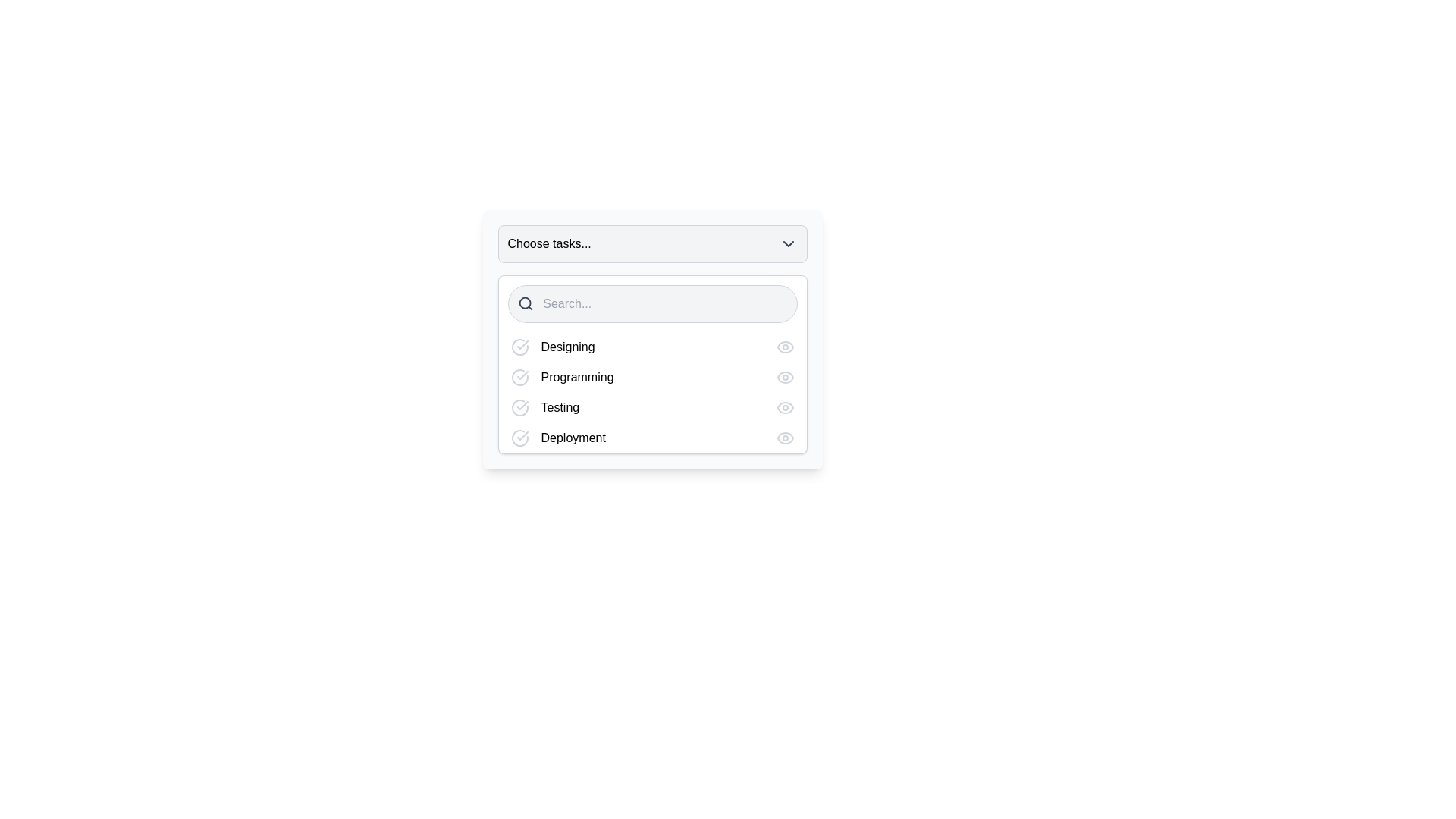  Describe the element at coordinates (785, 376) in the screenshot. I see `the outer curved line of the eye icon SVG component that indicates the visibility of the 'Programming' task, located to the right of the 'Programming' text in the dropdown list` at that location.